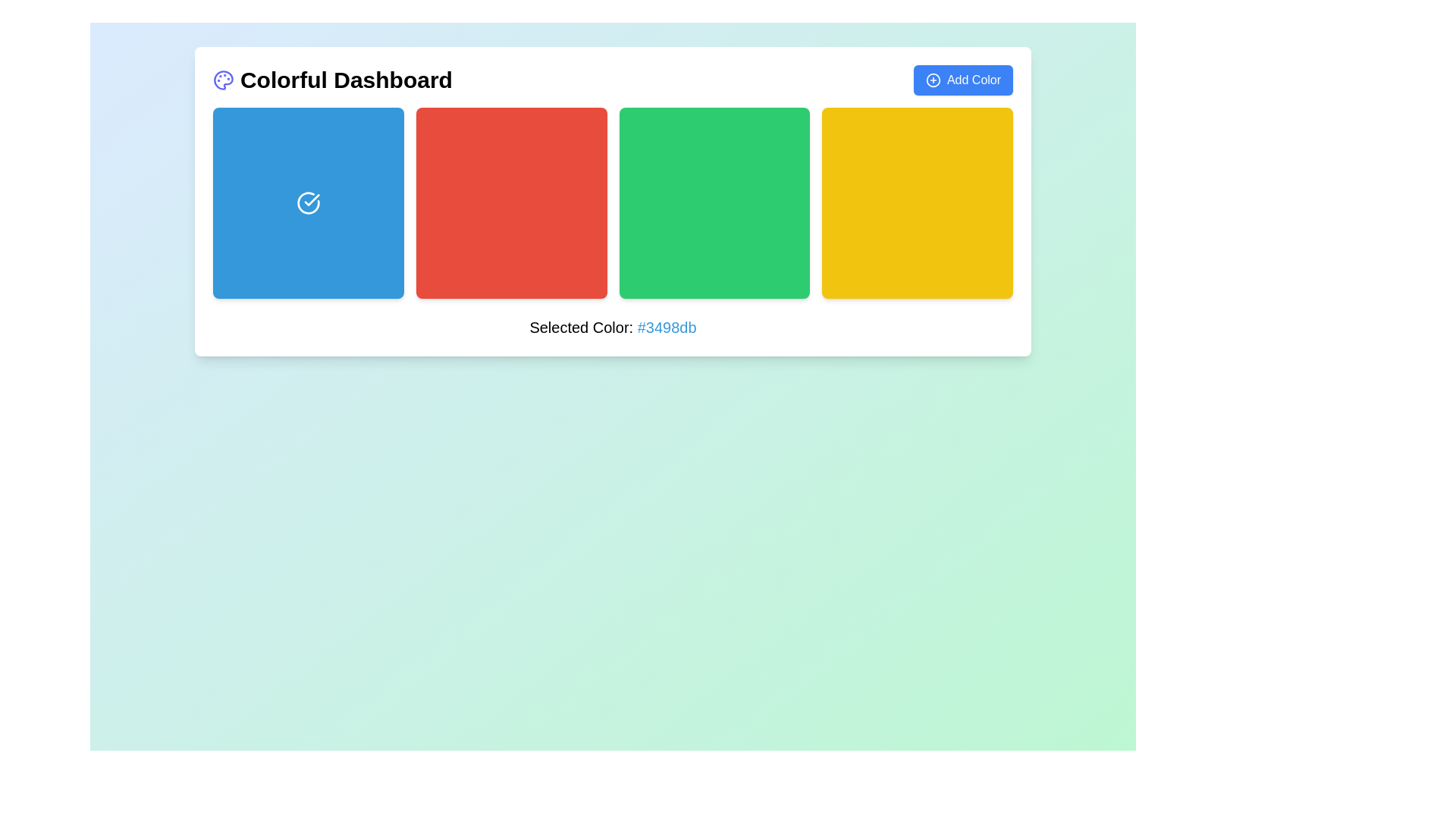 The height and width of the screenshot is (819, 1456). I want to click on the fourth button in the grid, which is used for selecting the yellow color, so click(917, 202).